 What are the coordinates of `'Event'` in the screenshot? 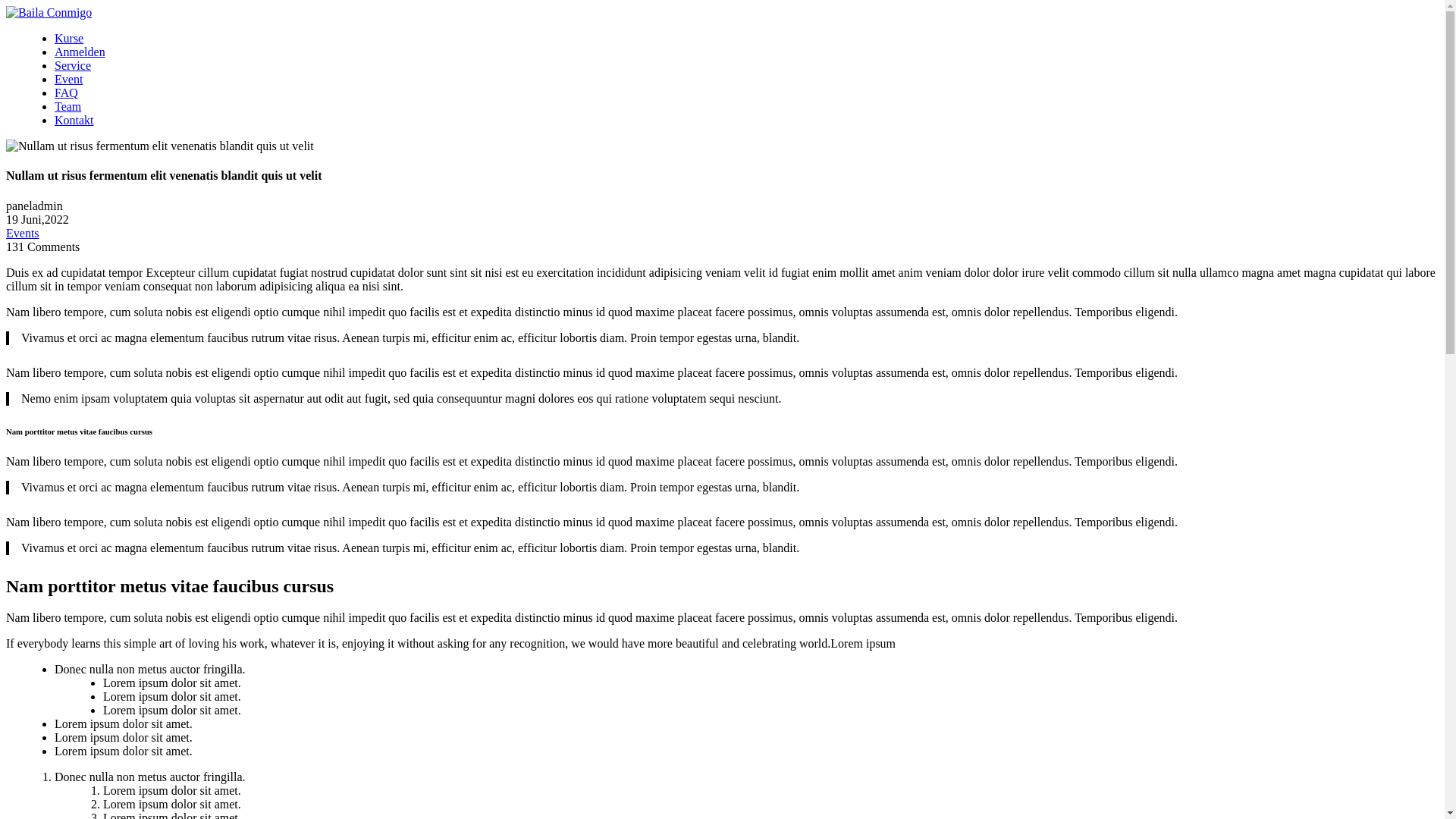 It's located at (55, 79).